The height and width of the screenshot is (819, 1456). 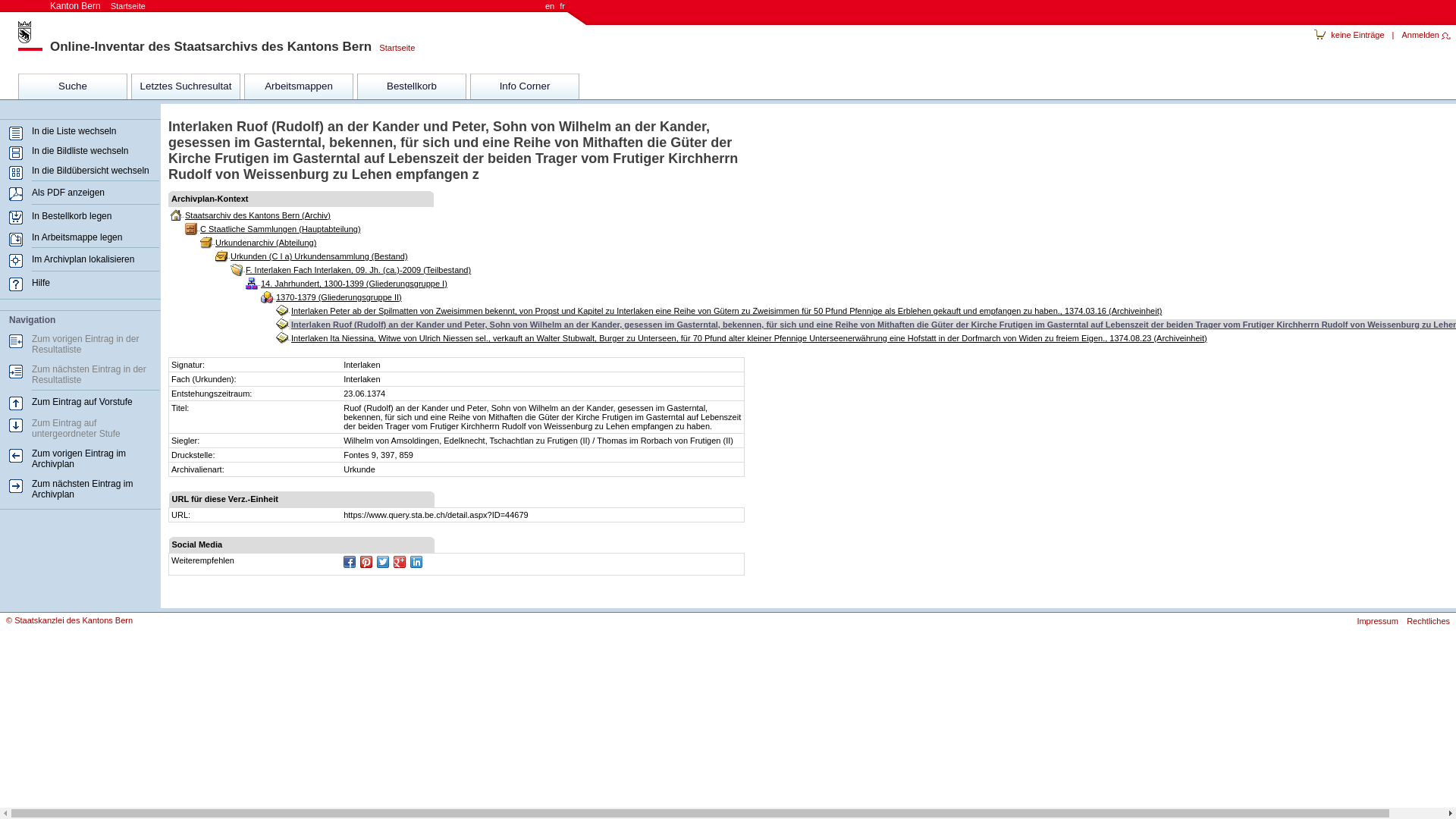 What do you see at coordinates (524, 86) in the screenshot?
I see `'Info Corner'` at bounding box center [524, 86].